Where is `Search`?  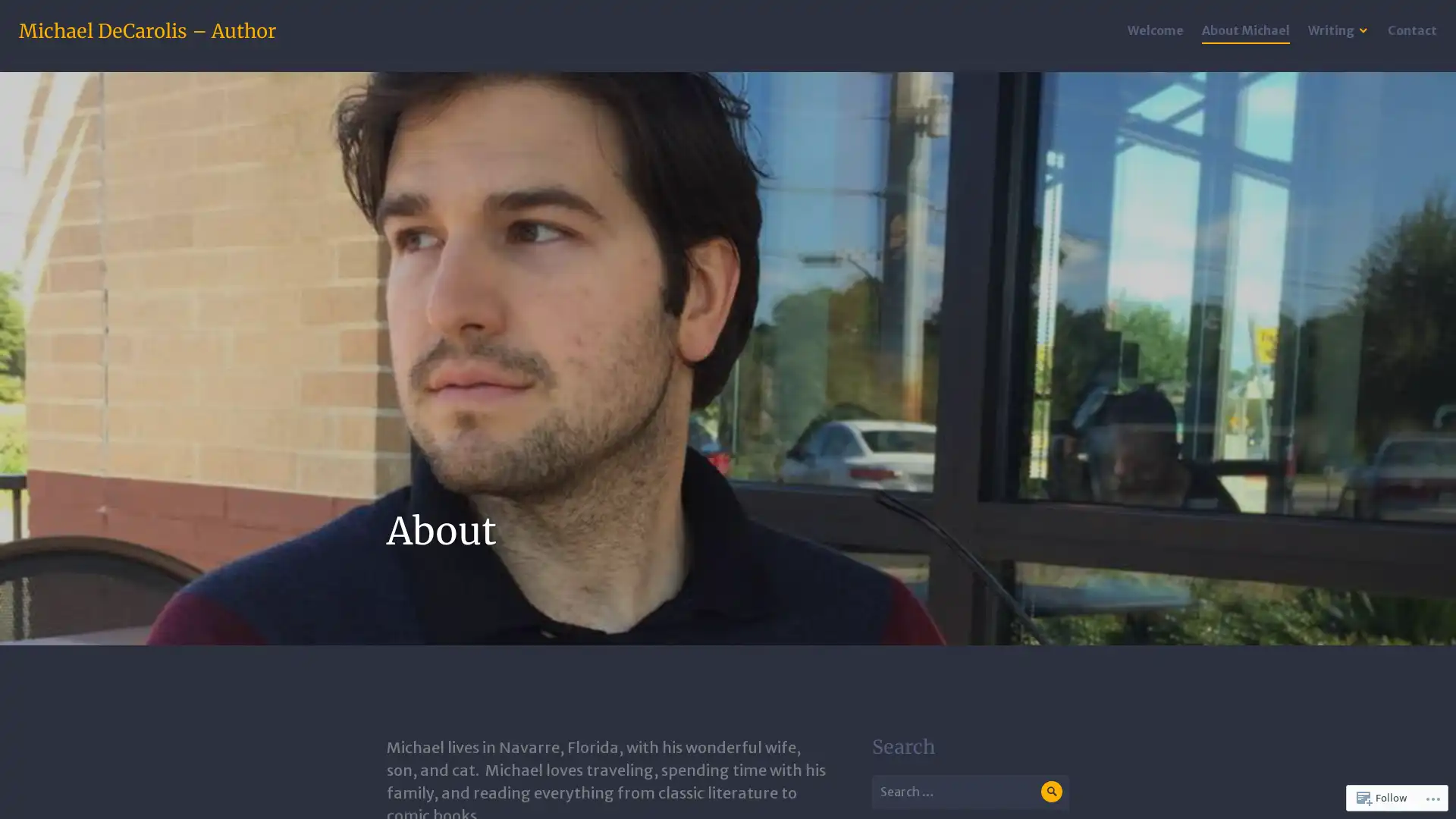 Search is located at coordinates (1050, 790).